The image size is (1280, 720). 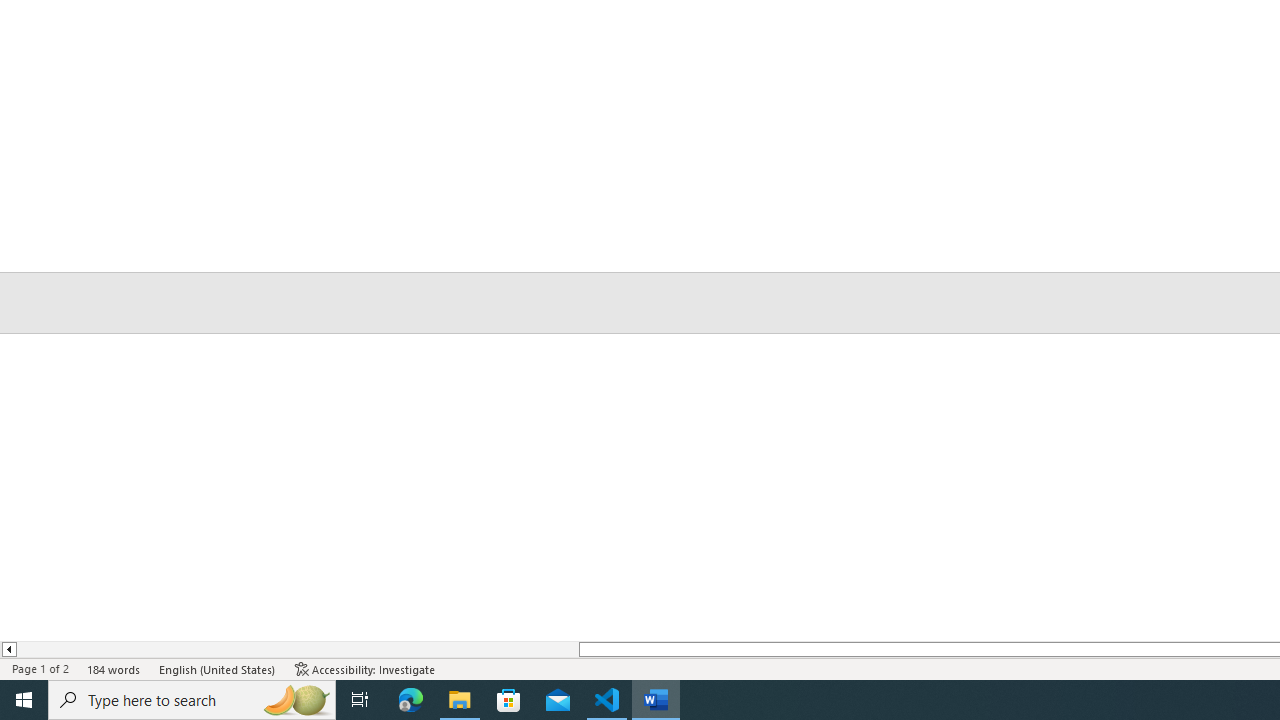 I want to click on 'Column left', so click(x=8, y=649).